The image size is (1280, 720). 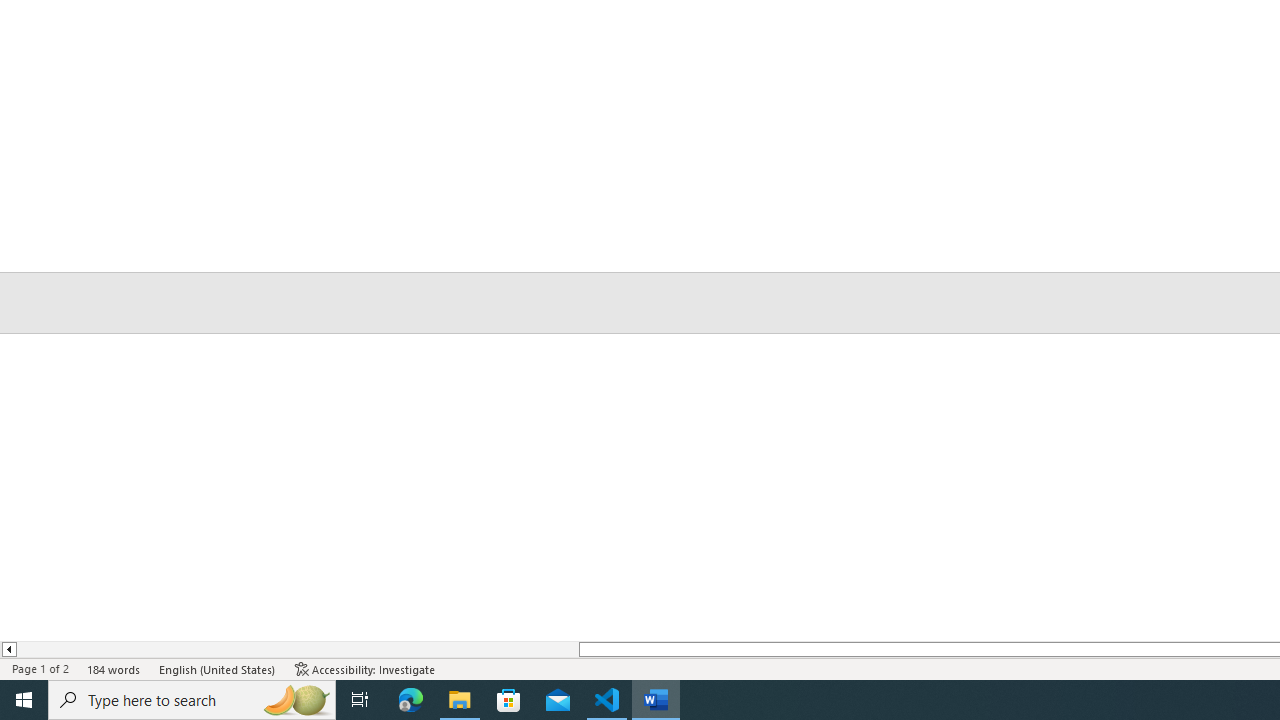 I want to click on 'Column left', so click(x=8, y=649).